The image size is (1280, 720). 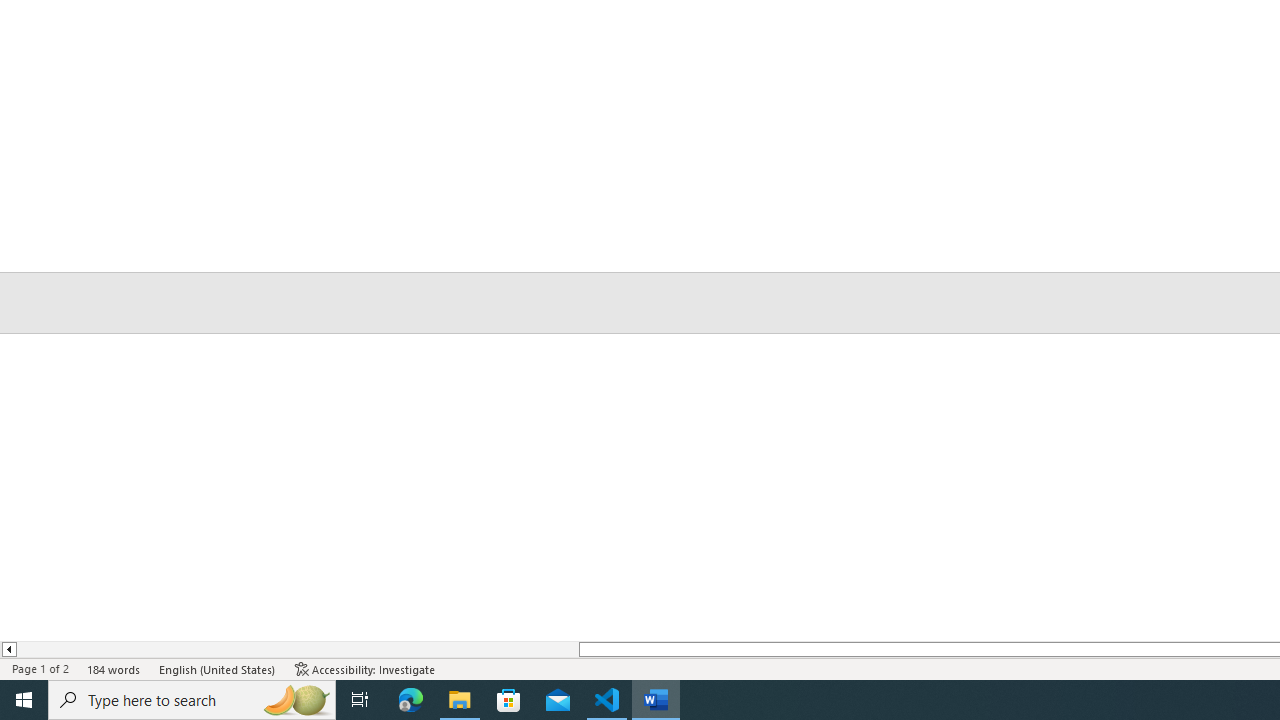 I want to click on 'Column left', so click(x=8, y=649).